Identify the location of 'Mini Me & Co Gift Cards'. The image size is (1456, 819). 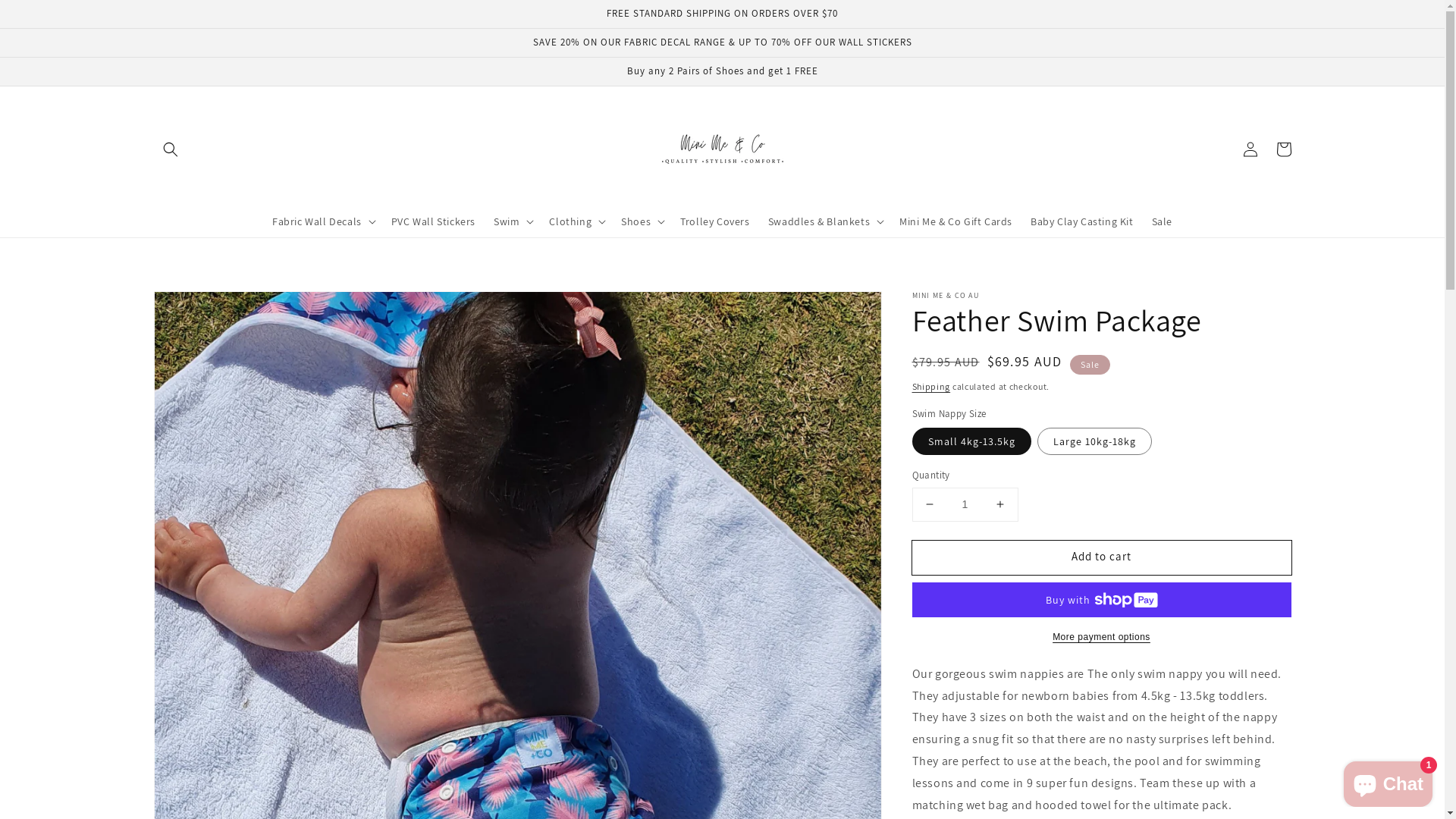
(955, 221).